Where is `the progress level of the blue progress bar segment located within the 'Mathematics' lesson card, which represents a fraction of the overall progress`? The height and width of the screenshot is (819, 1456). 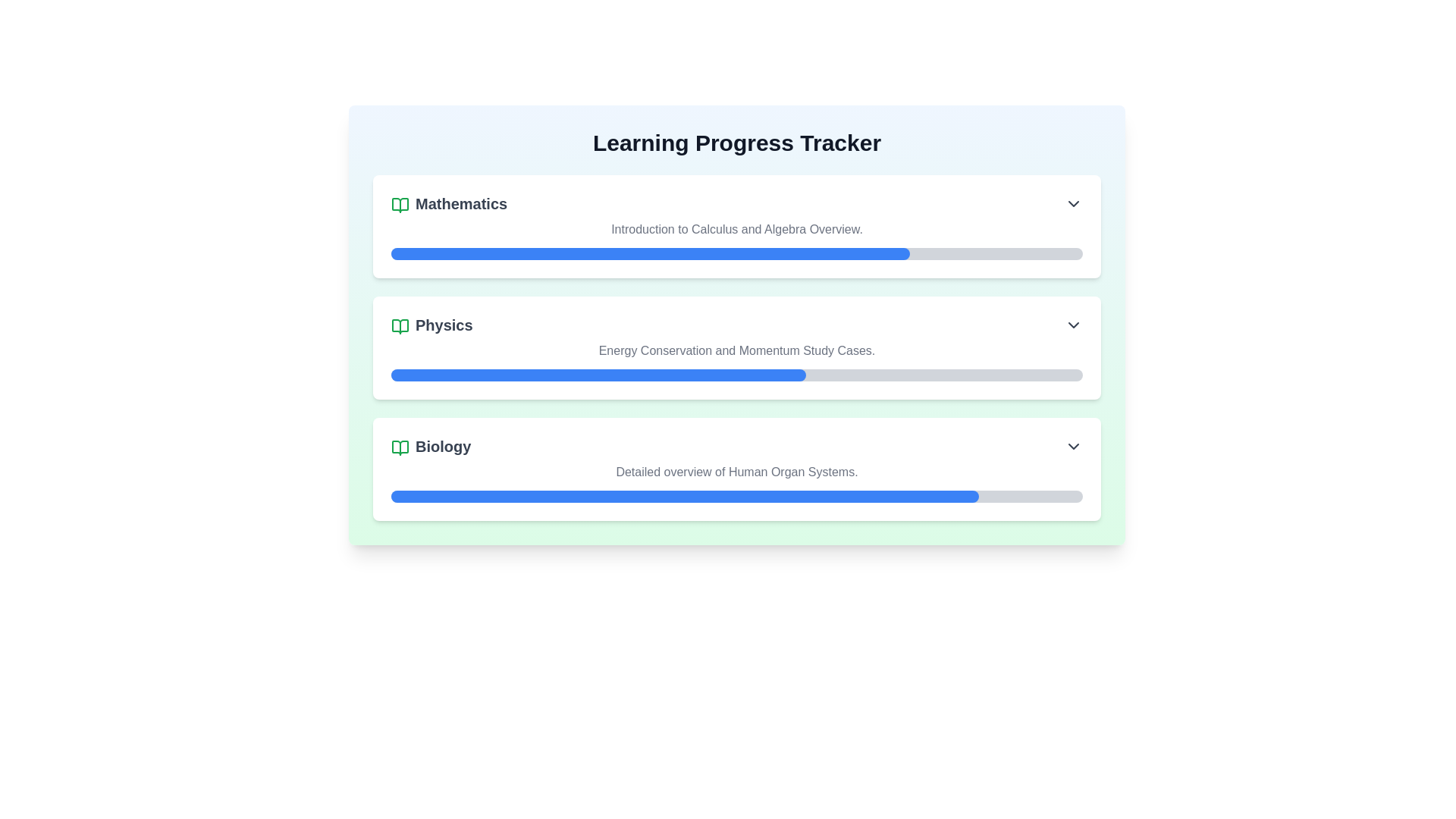 the progress level of the blue progress bar segment located within the 'Mathematics' lesson card, which represents a fraction of the overall progress is located at coordinates (651, 253).